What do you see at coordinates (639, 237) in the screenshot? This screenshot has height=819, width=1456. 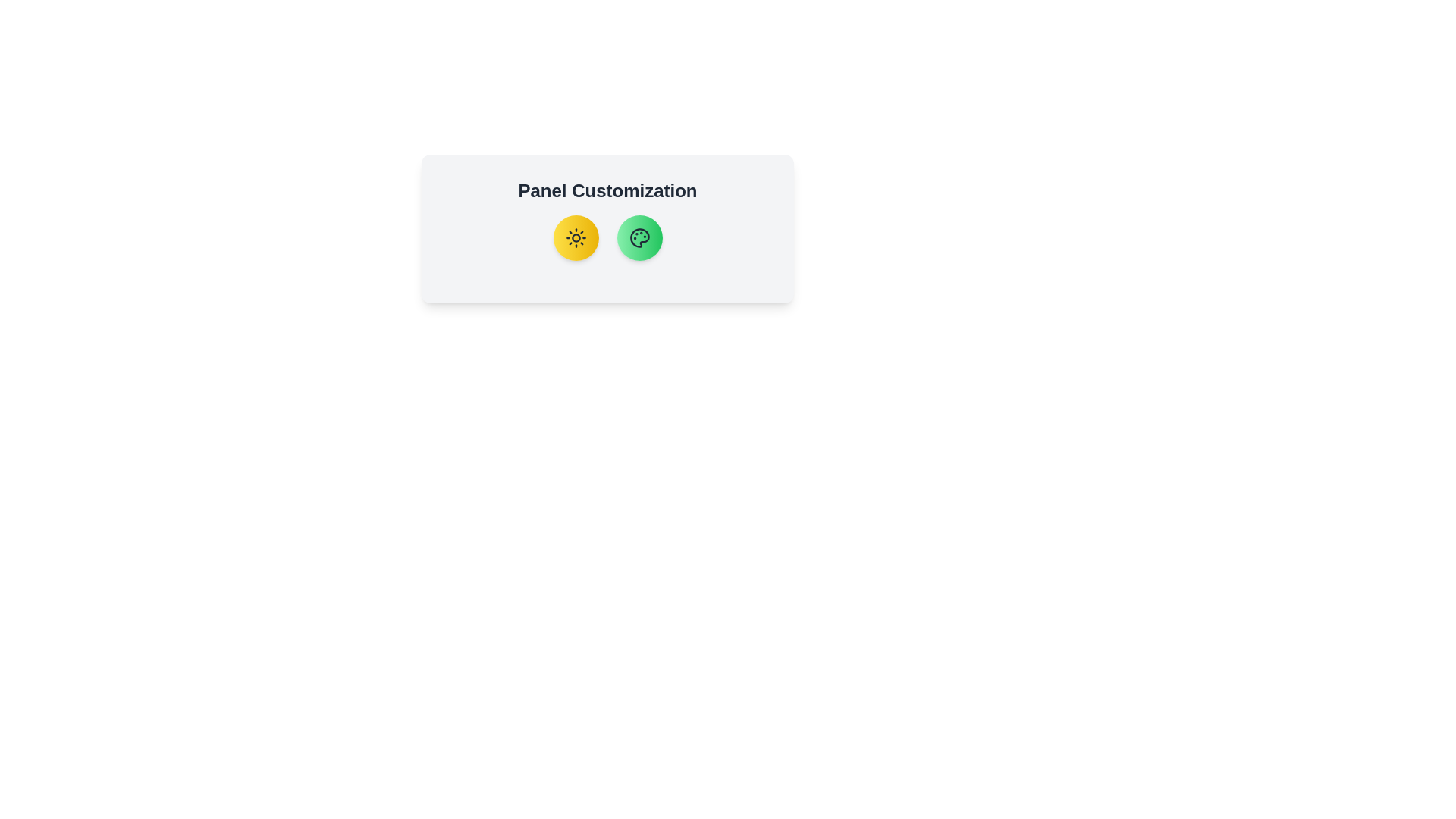 I see `the circular icon button with a gradient green background and a palette symbol` at bounding box center [639, 237].